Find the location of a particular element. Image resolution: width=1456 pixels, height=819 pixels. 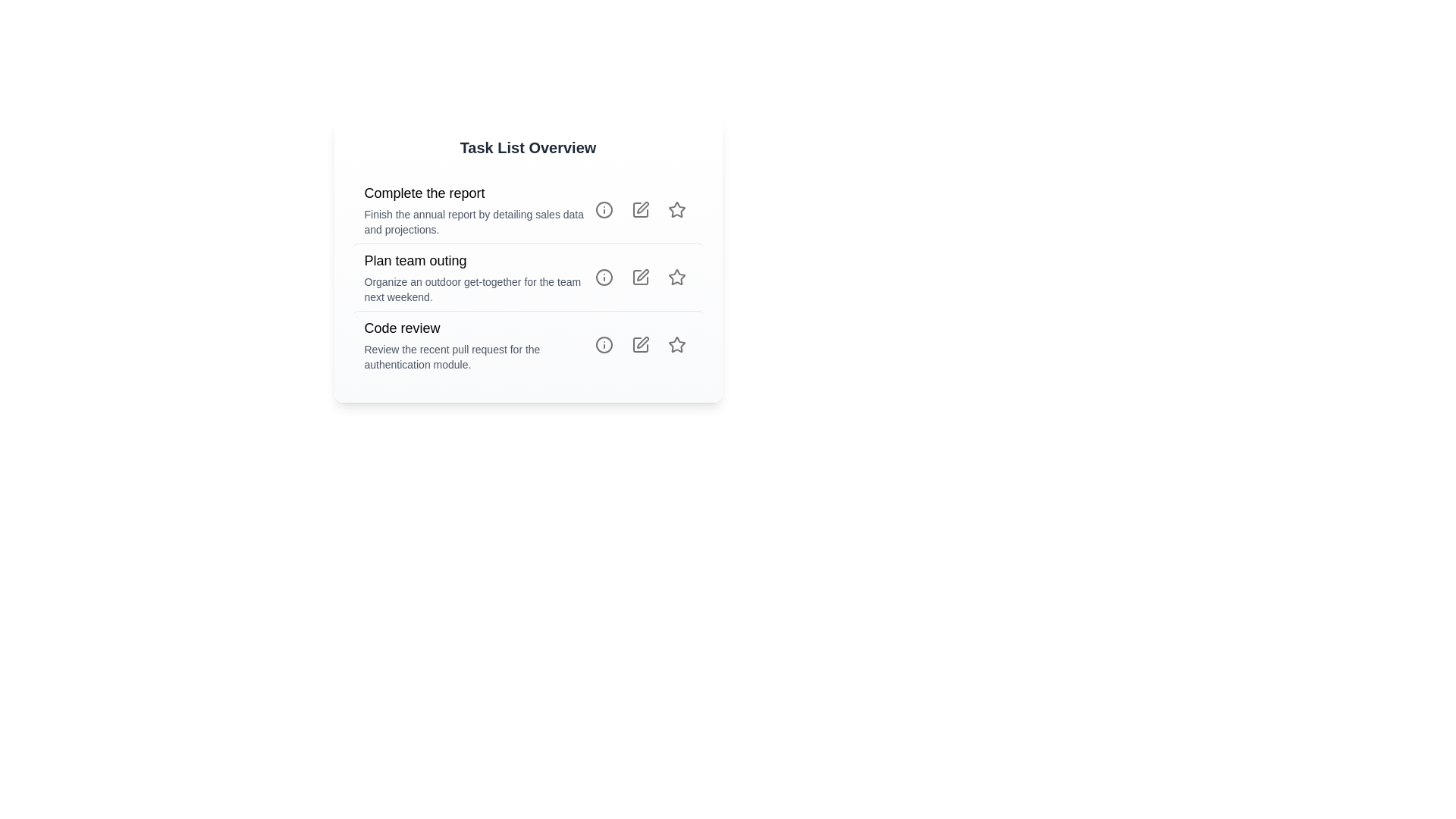

the star-shaped icon with a yellow outline at the far-right end of the row representing the task 'Complete the report' is located at coordinates (676, 210).